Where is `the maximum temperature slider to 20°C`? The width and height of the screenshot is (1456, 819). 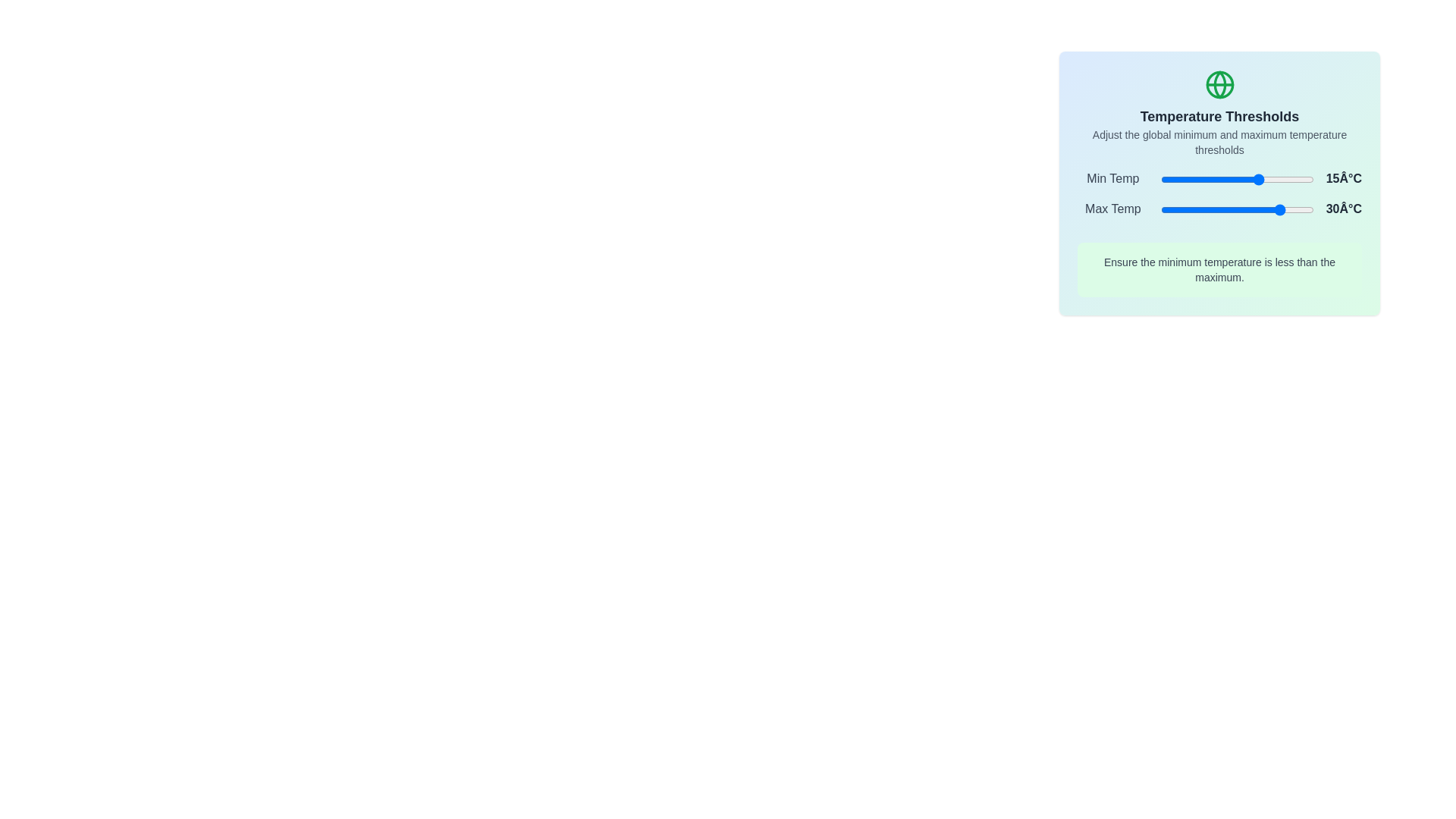 the maximum temperature slider to 20°C is located at coordinates (1268, 210).